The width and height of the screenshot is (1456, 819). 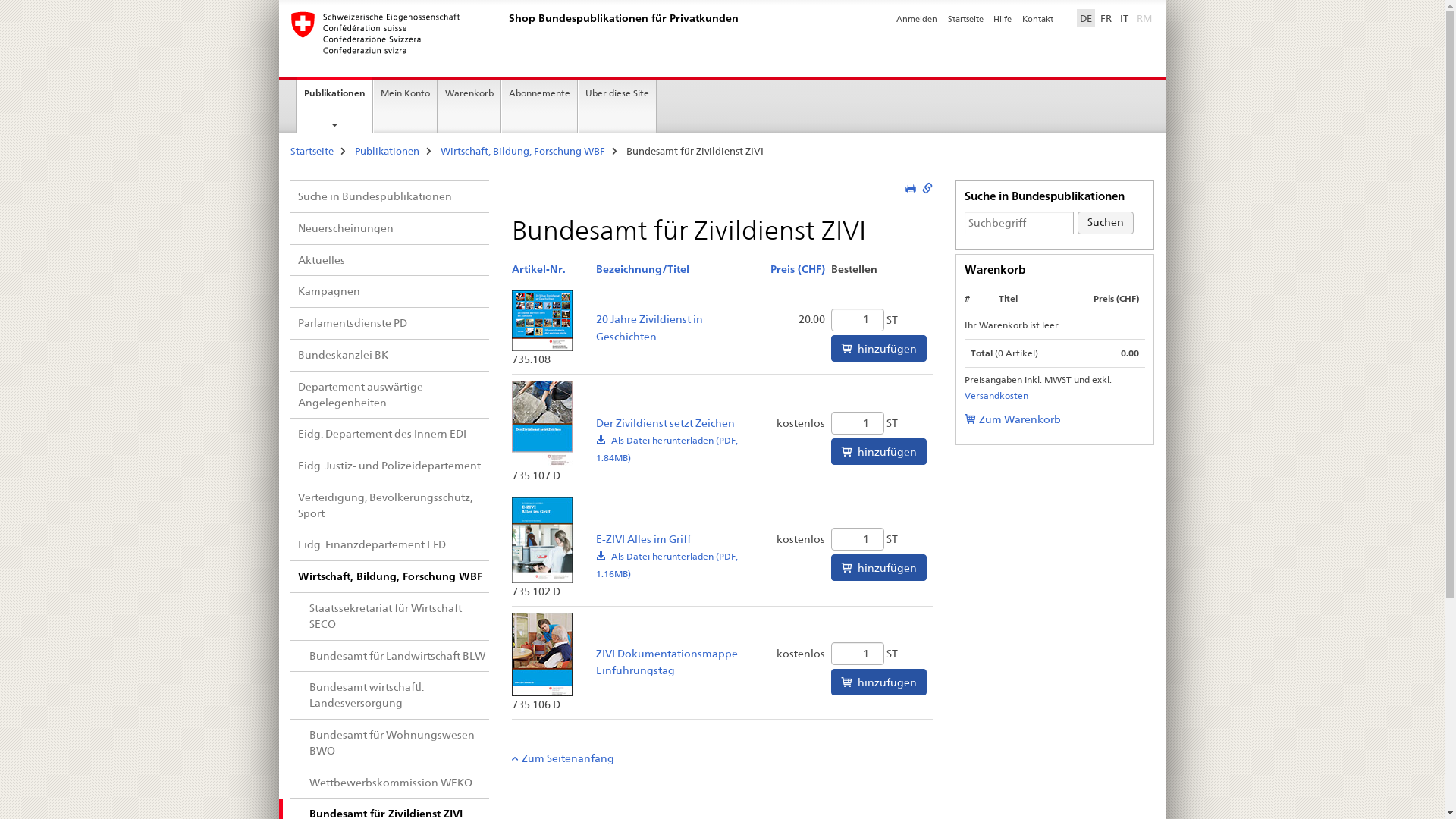 What do you see at coordinates (1037, 18) in the screenshot?
I see `'Kontakt'` at bounding box center [1037, 18].